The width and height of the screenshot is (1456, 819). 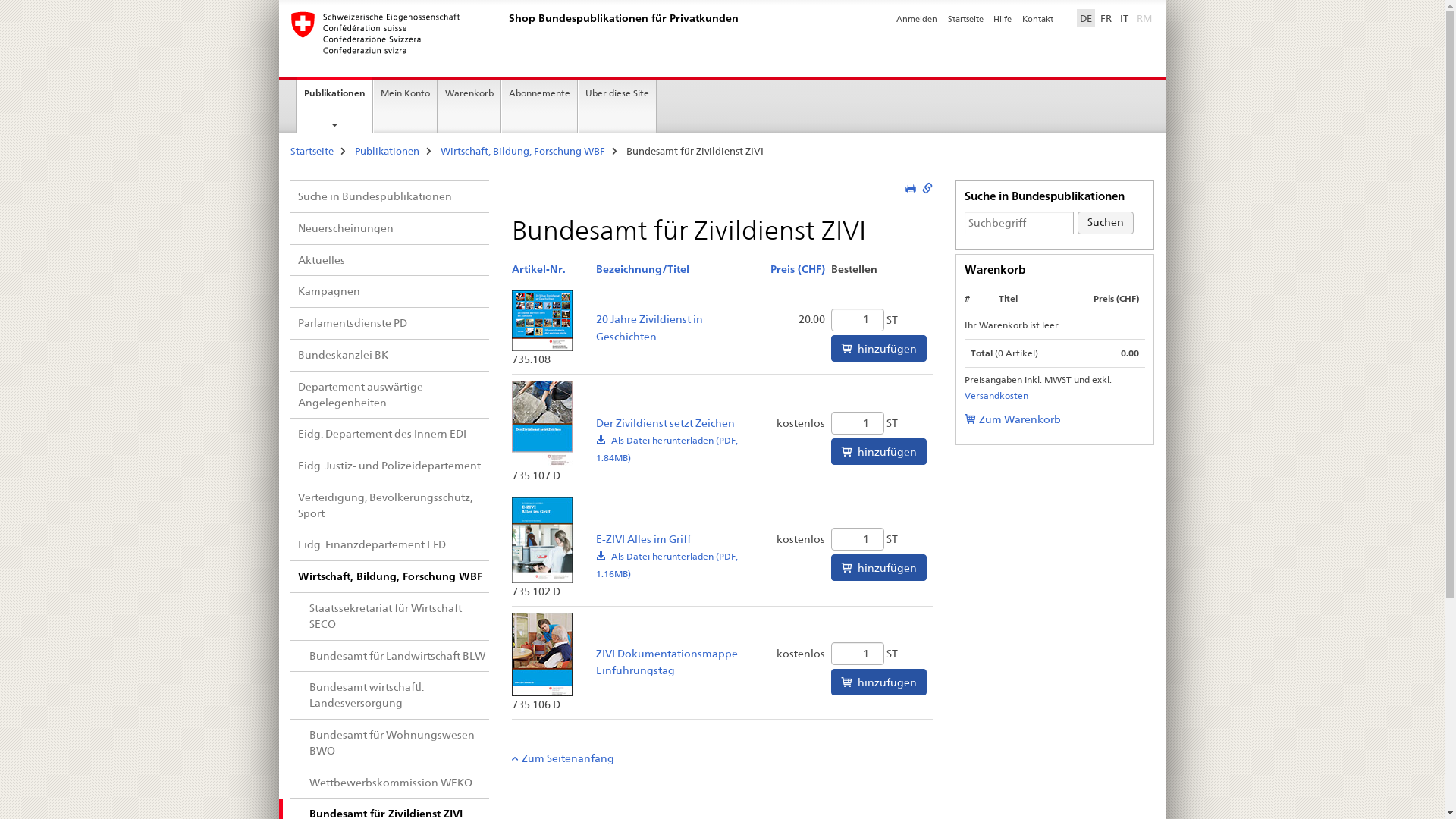 What do you see at coordinates (1037, 18) in the screenshot?
I see `'Kontakt'` at bounding box center [1037, 18].